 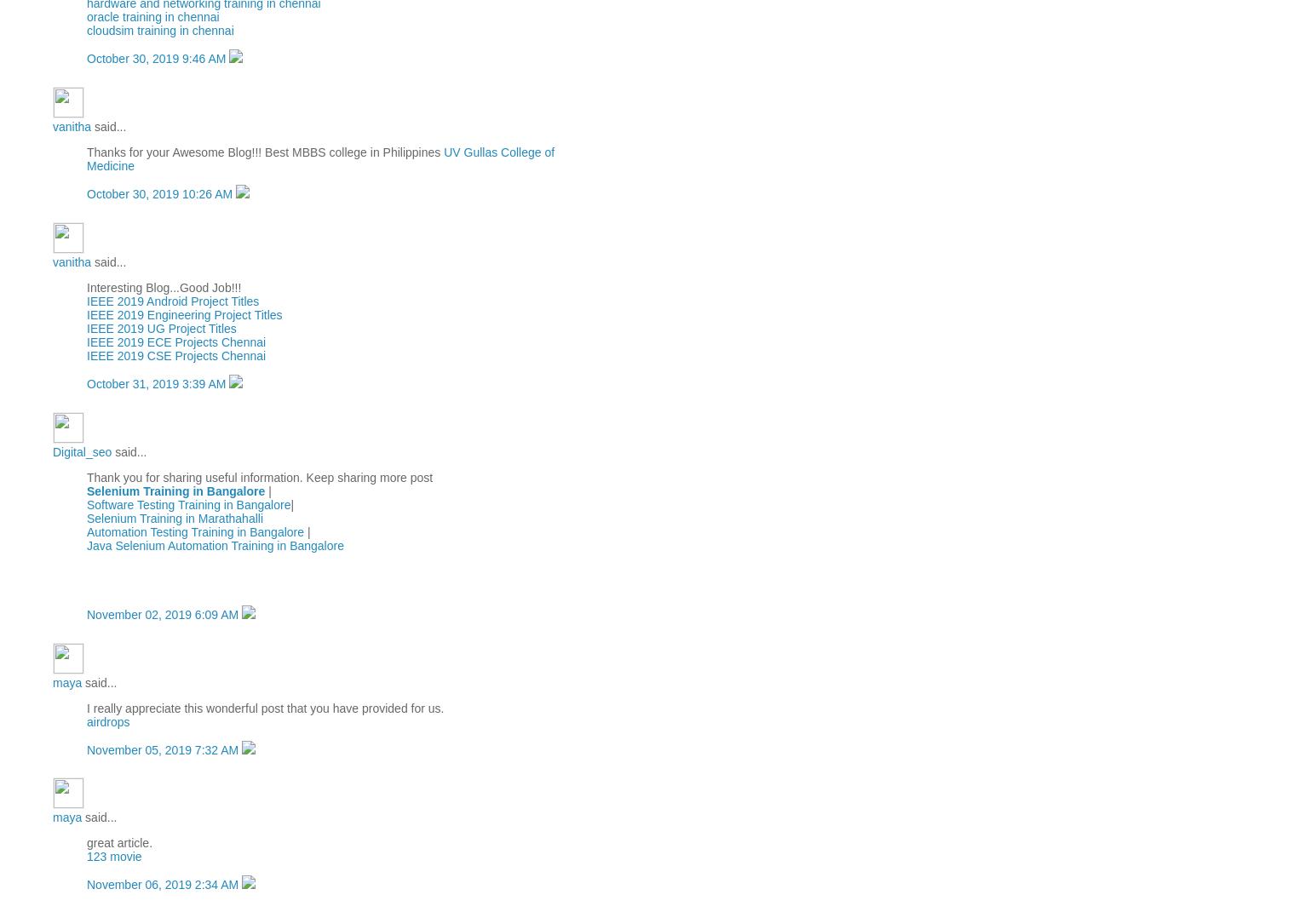 What do you see at coordinates (106, 720) in the screenshot?
I see `'airdrops'` at bounding box center [106, 720].